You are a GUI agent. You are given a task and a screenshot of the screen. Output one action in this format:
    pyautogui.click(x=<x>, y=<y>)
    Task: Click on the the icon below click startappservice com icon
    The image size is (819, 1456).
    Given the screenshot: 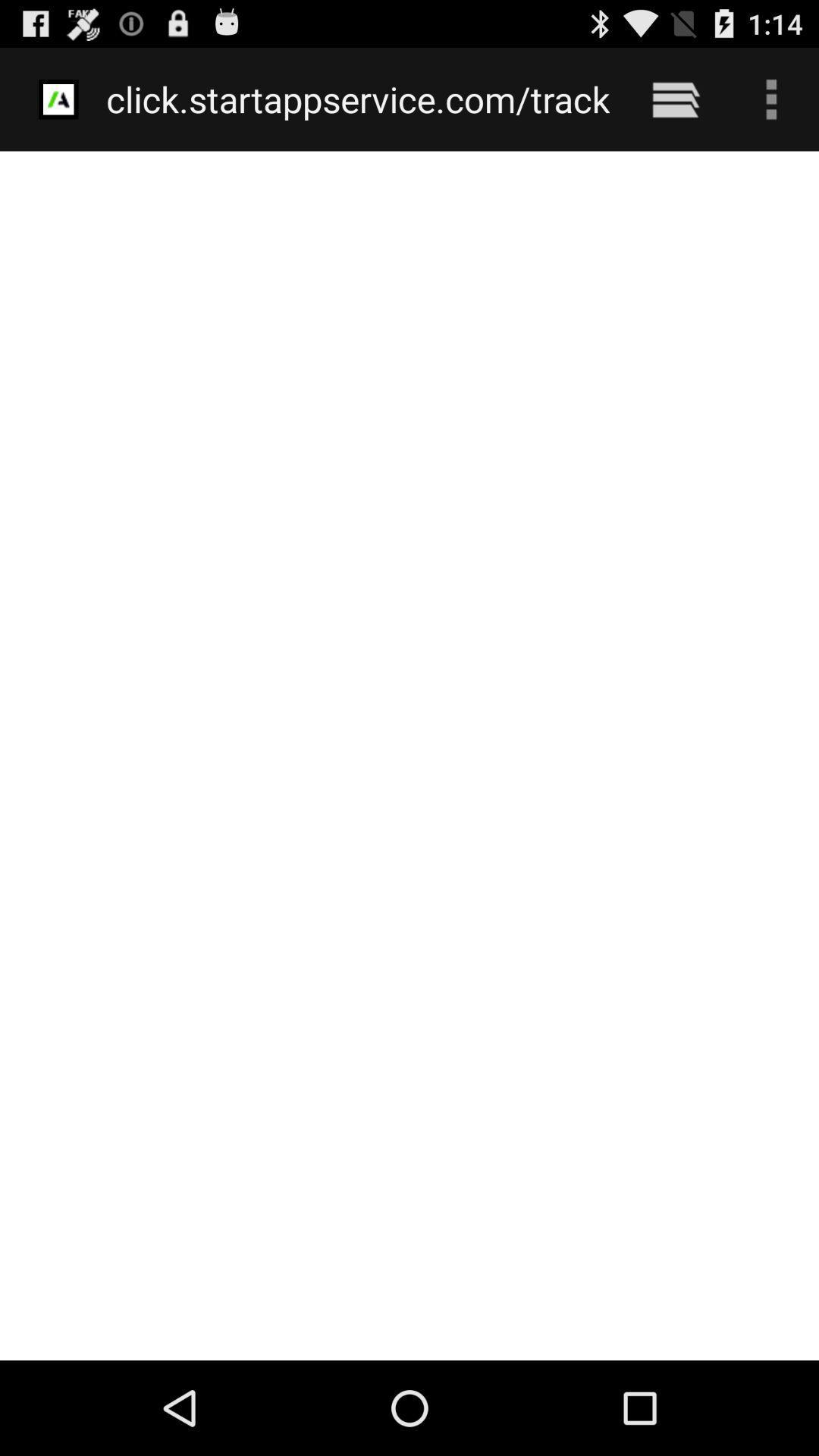 What is the action you would take?
    pyautogui.click(x=409, y=755)
    